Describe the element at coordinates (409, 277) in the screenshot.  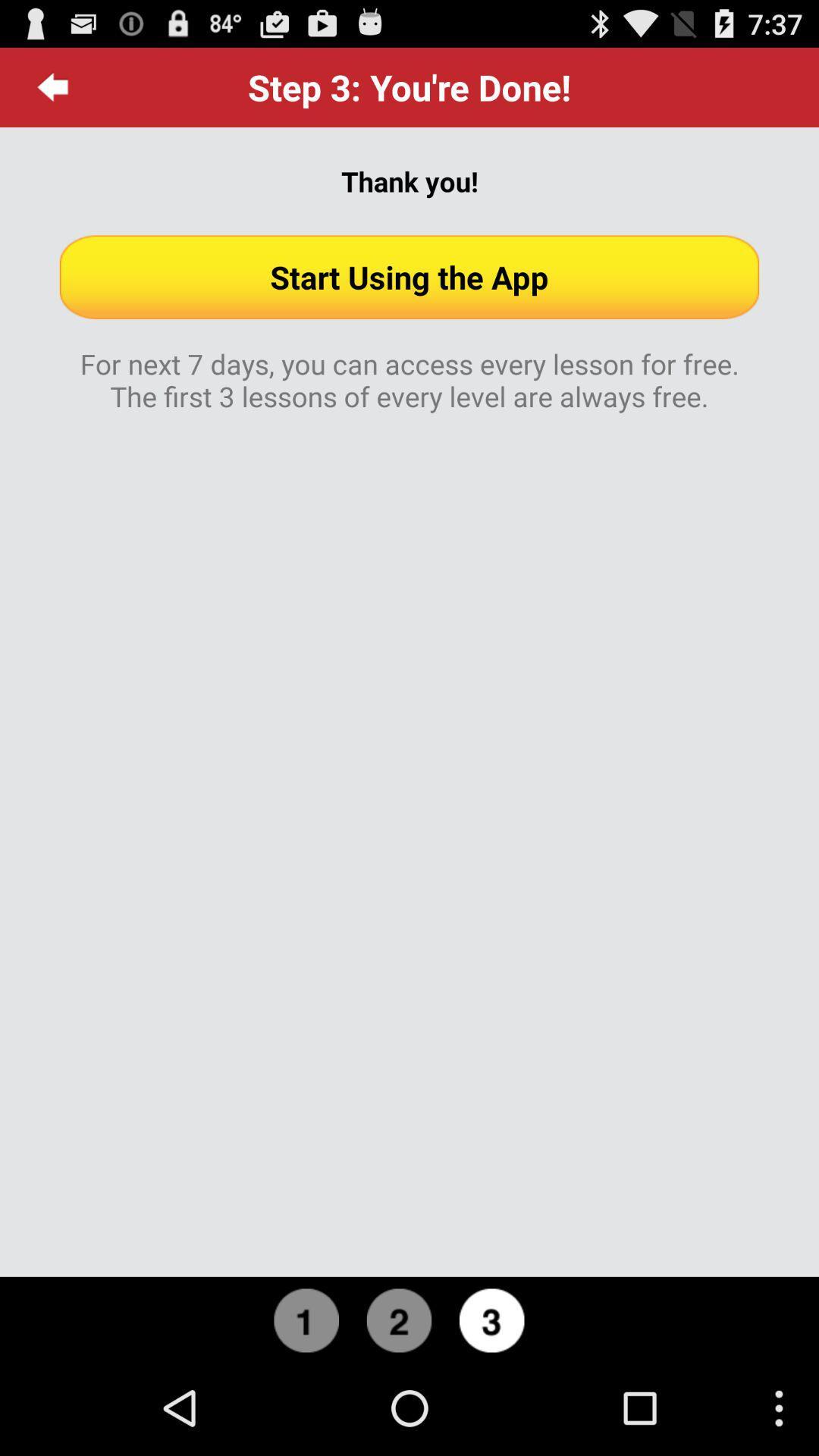
I see `the app below thank you! icon` at that location.